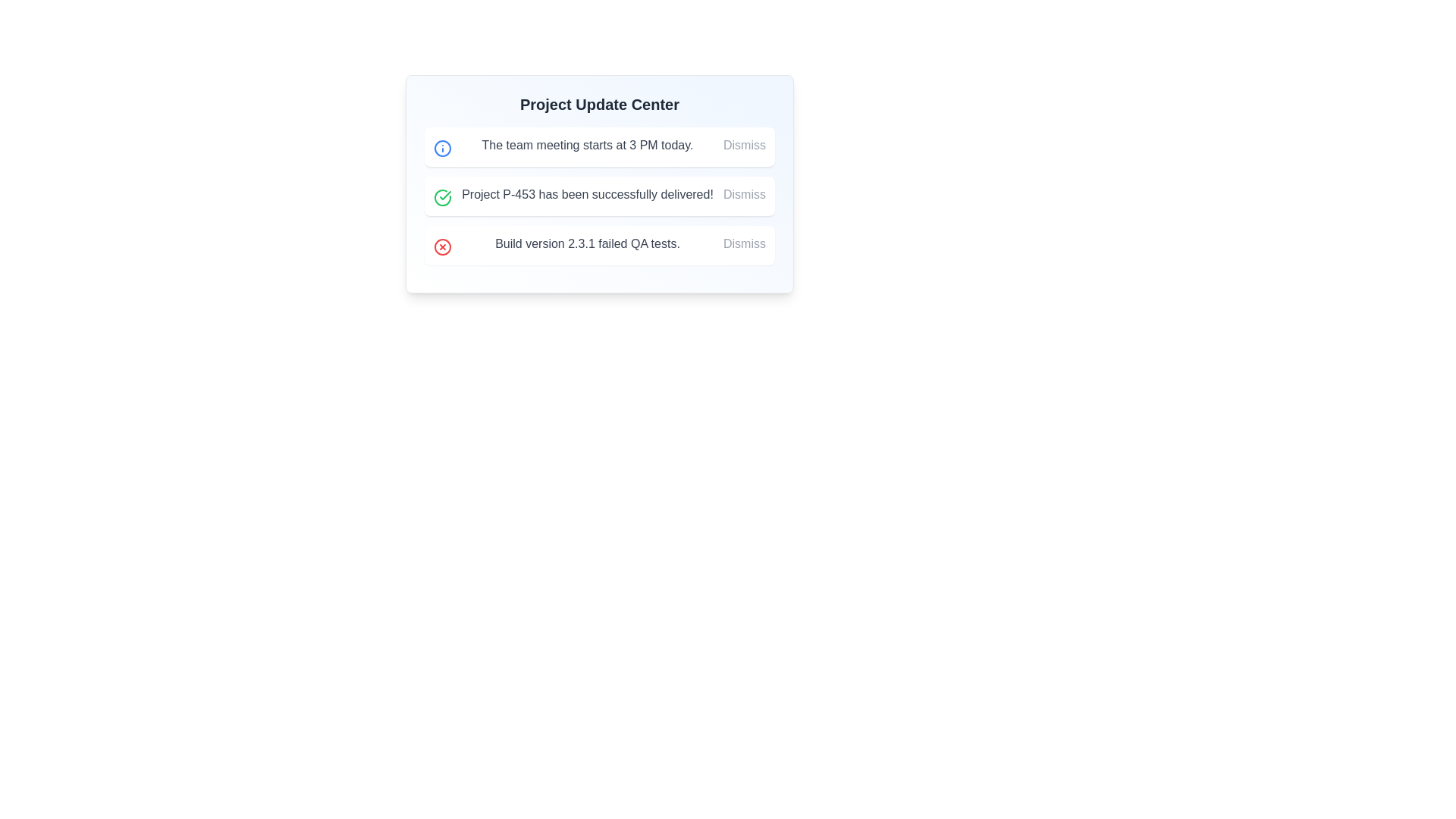 The image size is (1456, 819). What do you see at coordinates (599, 245) in the screenshot?
I see `the third notification in the 'Project Update Center' containing the text 'Build version 2.3.1 failed QA tests.' and the 'Dismiss' button` at bounding box center [599, 245].